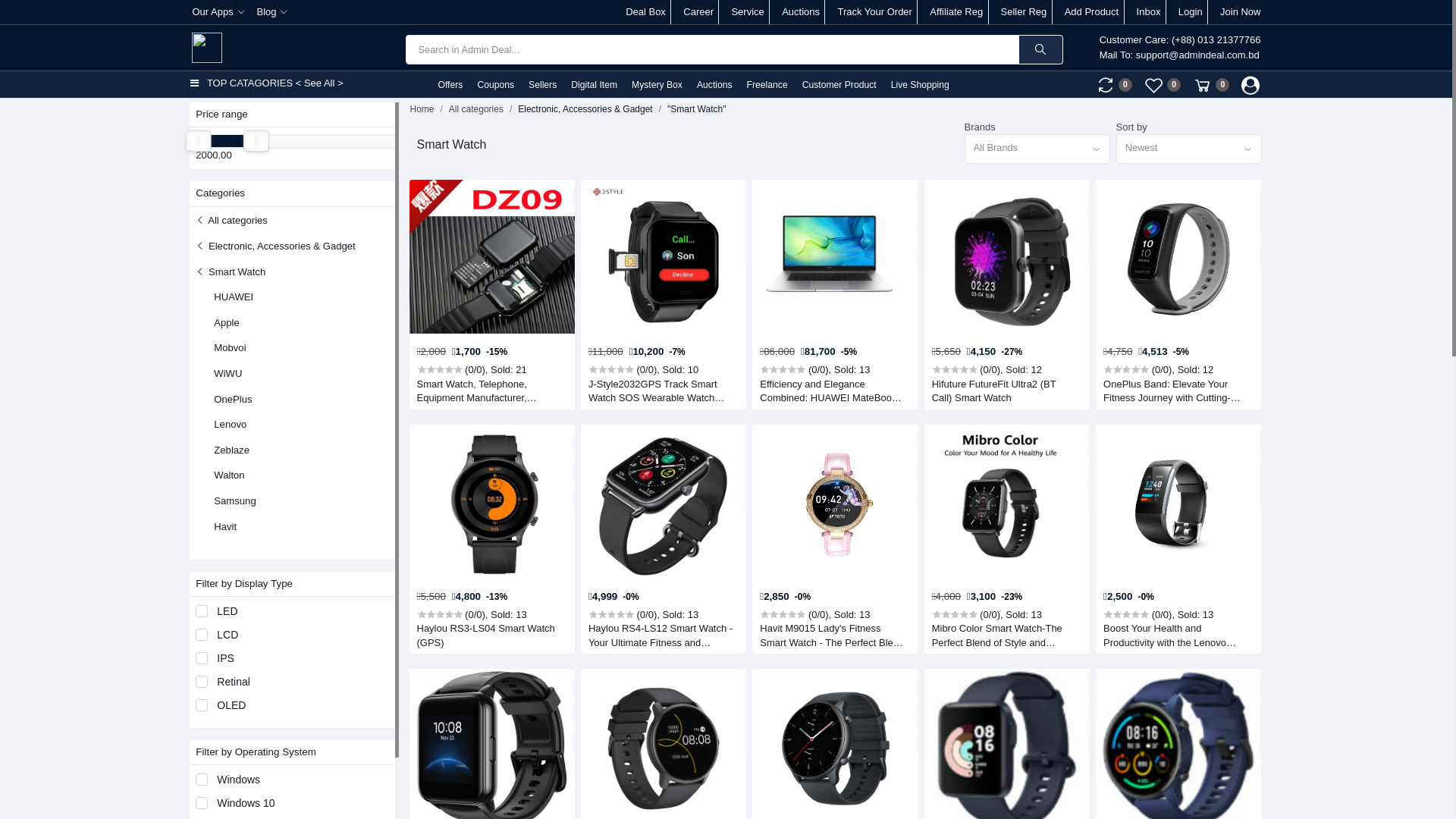 The width and height of the screenshot is (1456, 819). What do you see at coordinates (682, 11) in the screenshot?
I see `'Career'` at bounding box center [682, 11].